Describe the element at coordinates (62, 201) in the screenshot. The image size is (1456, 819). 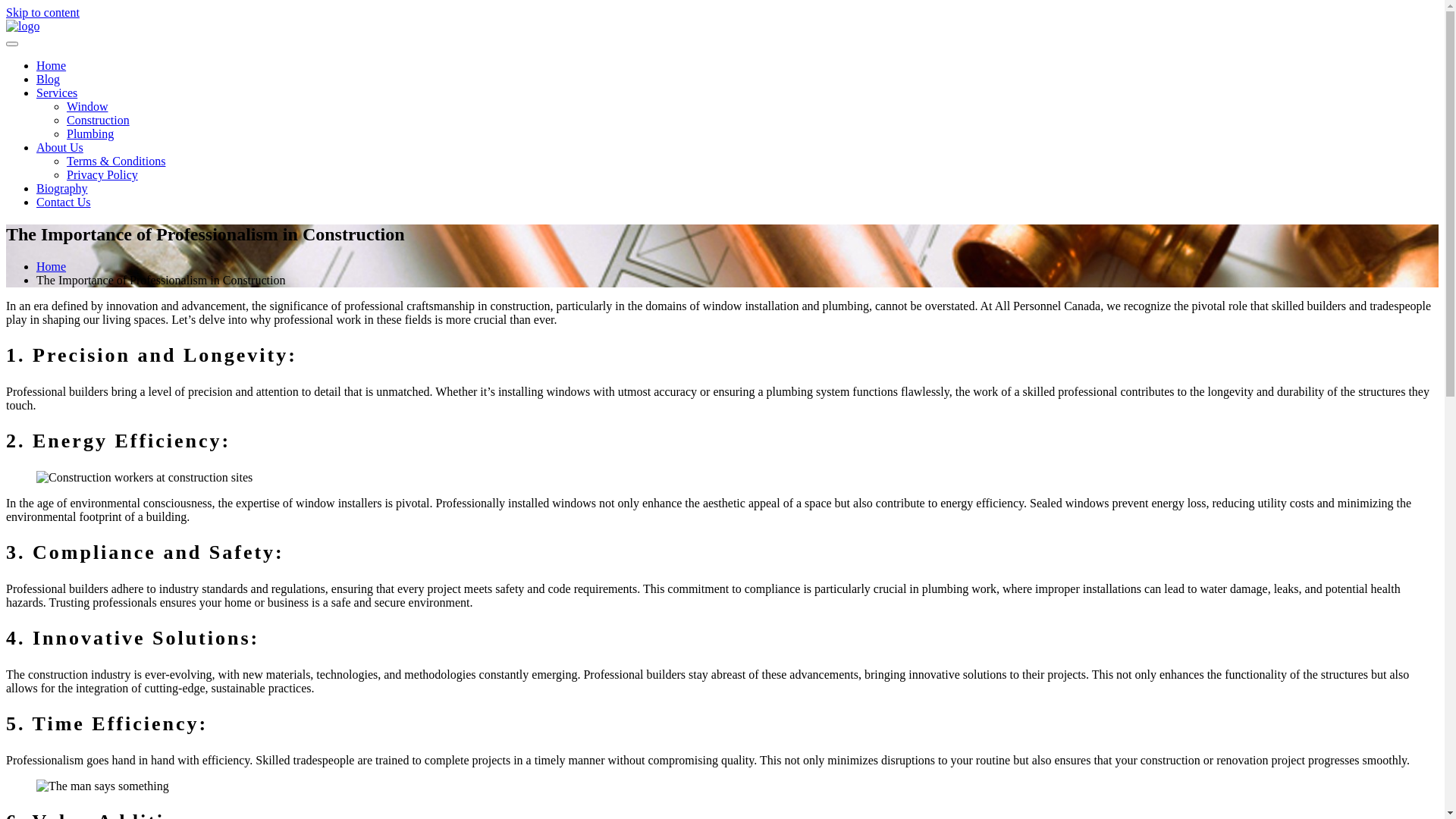
I see `'Contact Us'` at that location.